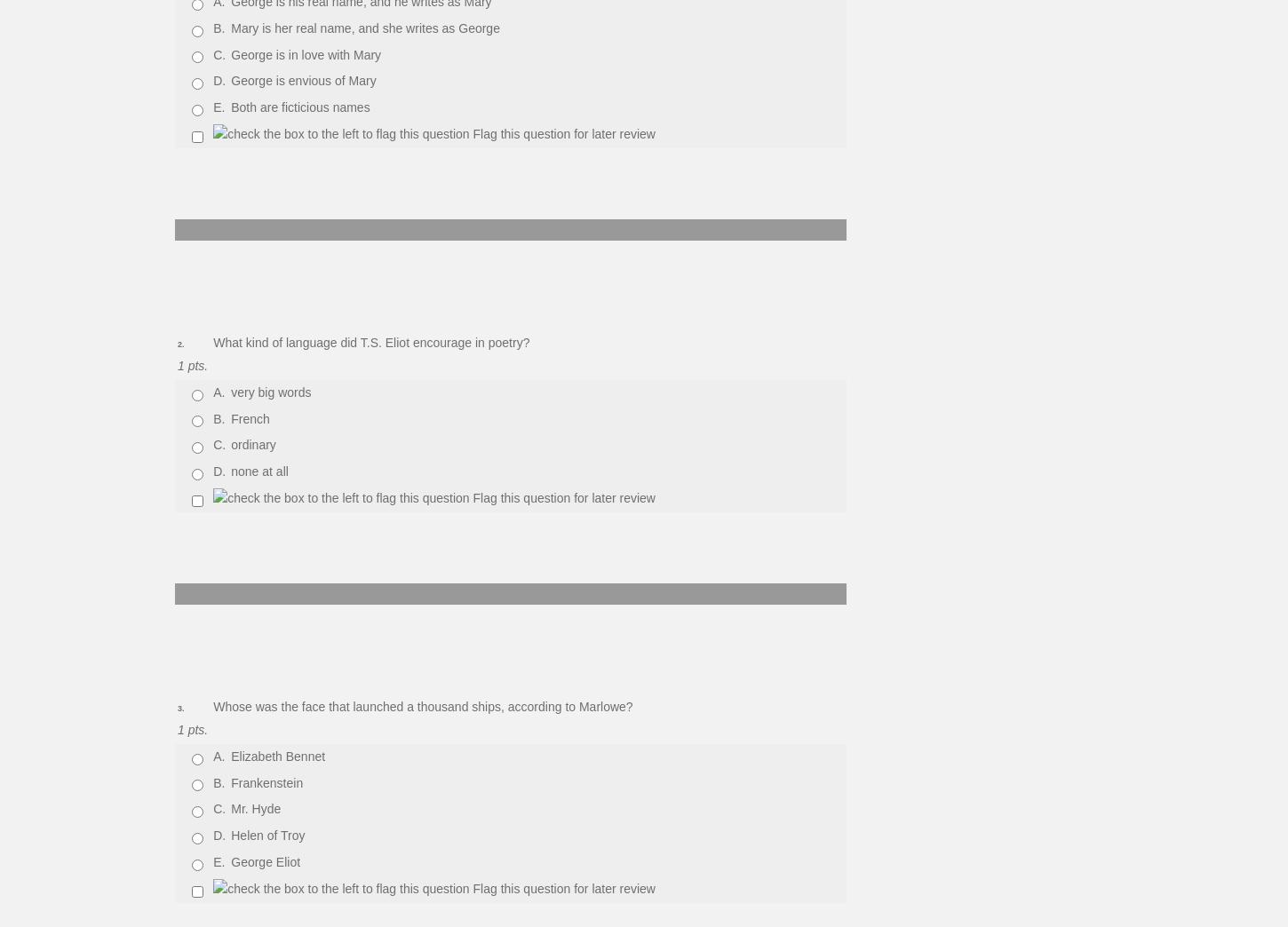  Describe the element at coordinates (270, 390) in the screenshot. I see `'very big words'` at that location.